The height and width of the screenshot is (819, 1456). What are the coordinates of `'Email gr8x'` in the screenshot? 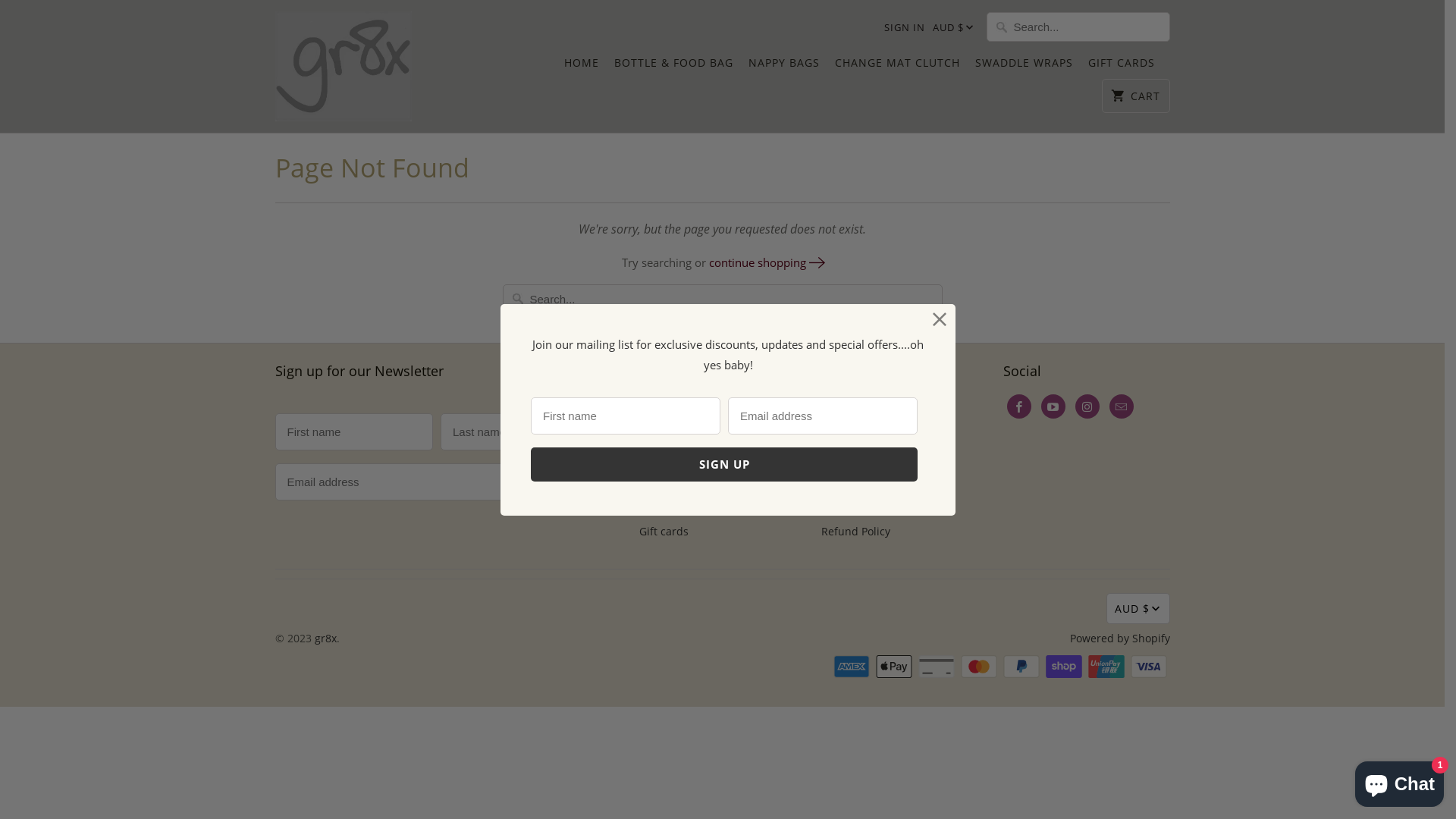 It's located at (1109, 406).